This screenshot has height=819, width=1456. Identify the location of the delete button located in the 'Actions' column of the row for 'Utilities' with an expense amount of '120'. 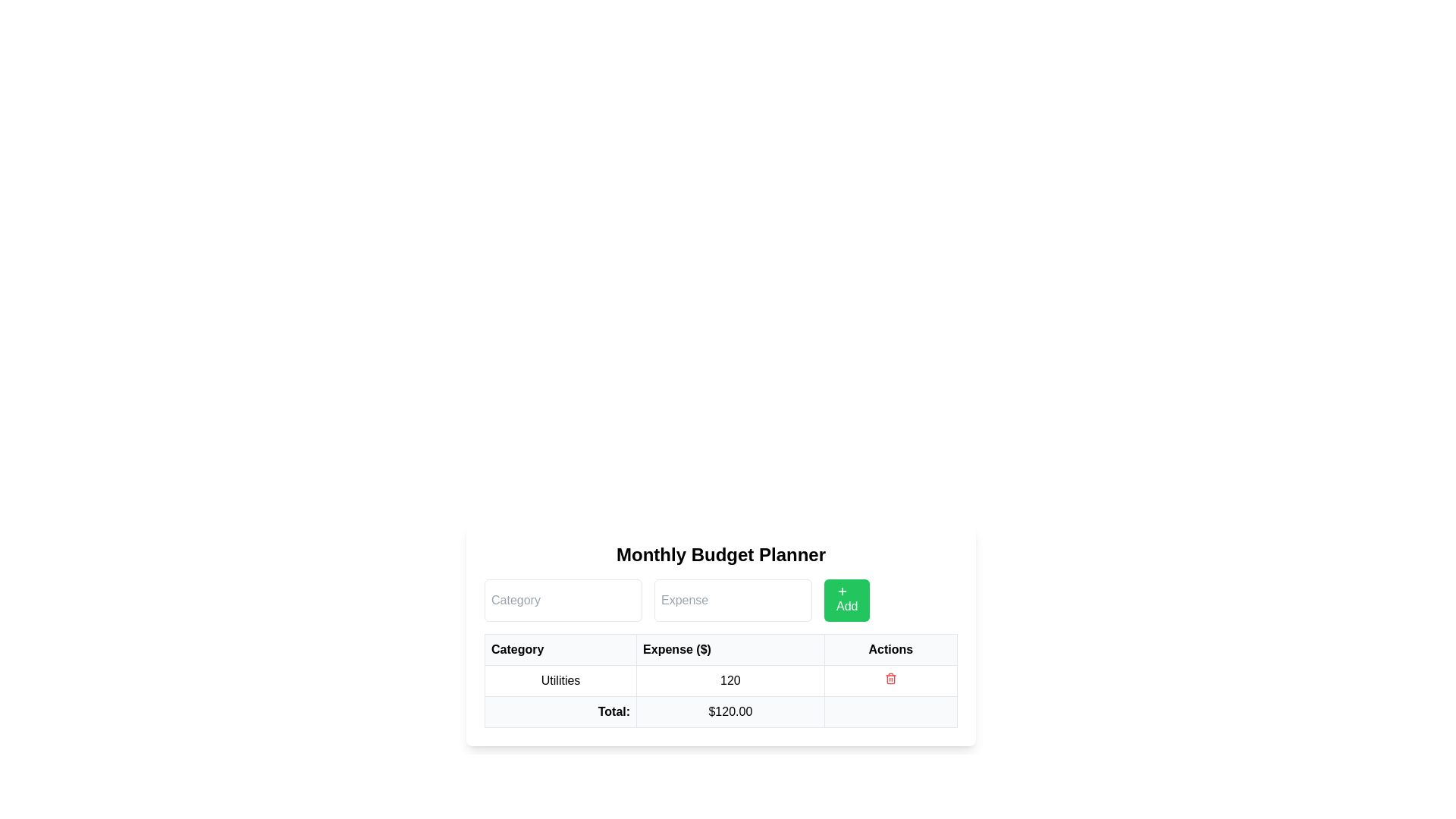
(890, 680).